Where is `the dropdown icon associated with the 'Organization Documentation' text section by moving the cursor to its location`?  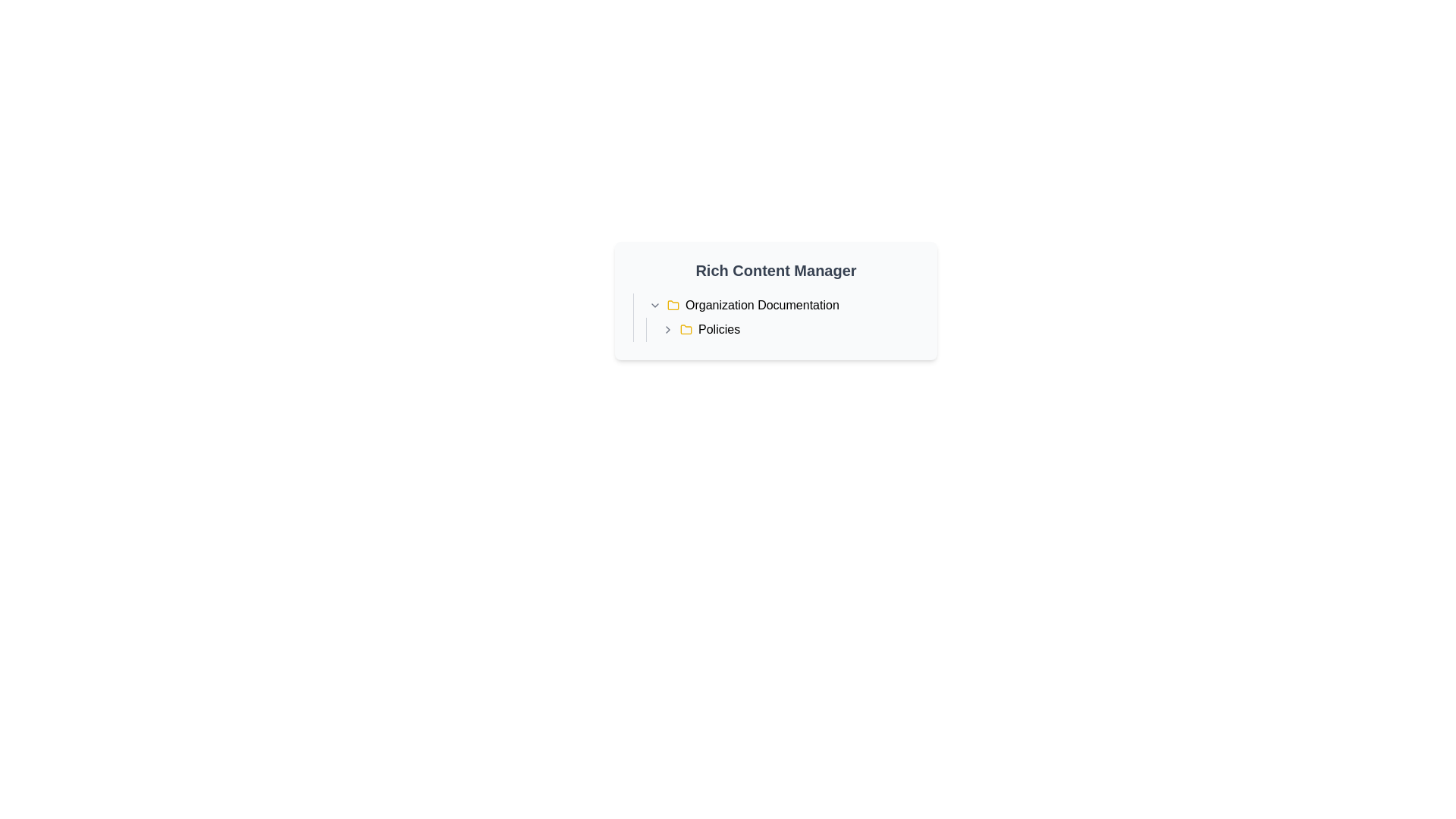
the dropdown icon associated with the 'Organization Documentation' text section by moving the cursor to its location is located at coordinates (655, 305).